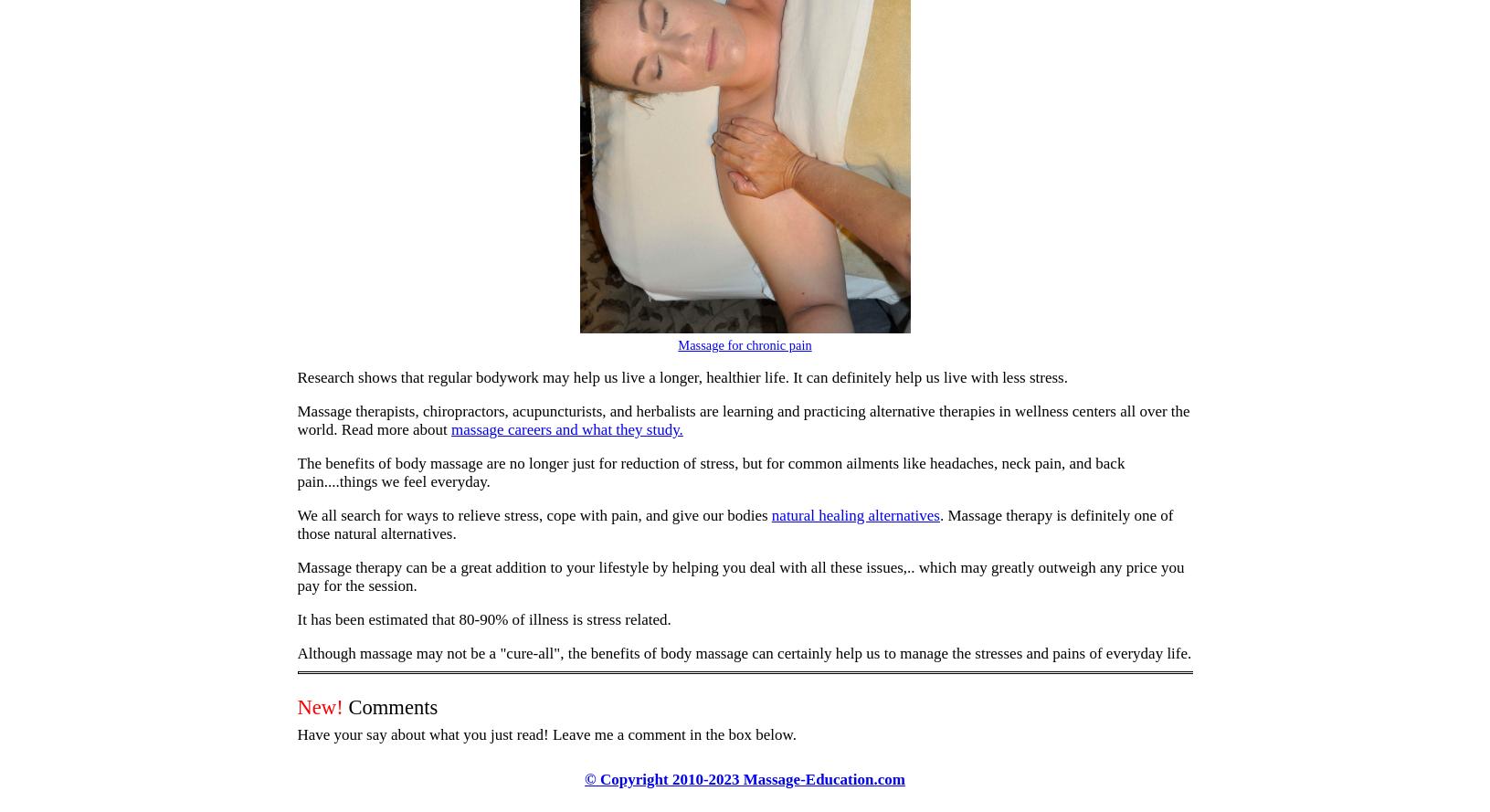 The width and height of the screenshot is (1490, 812). Describe the element at coordinates (296, 523) in the screenshot. I see `'. Massage therapy is definitely one of those natural alternatives.'` at that location.